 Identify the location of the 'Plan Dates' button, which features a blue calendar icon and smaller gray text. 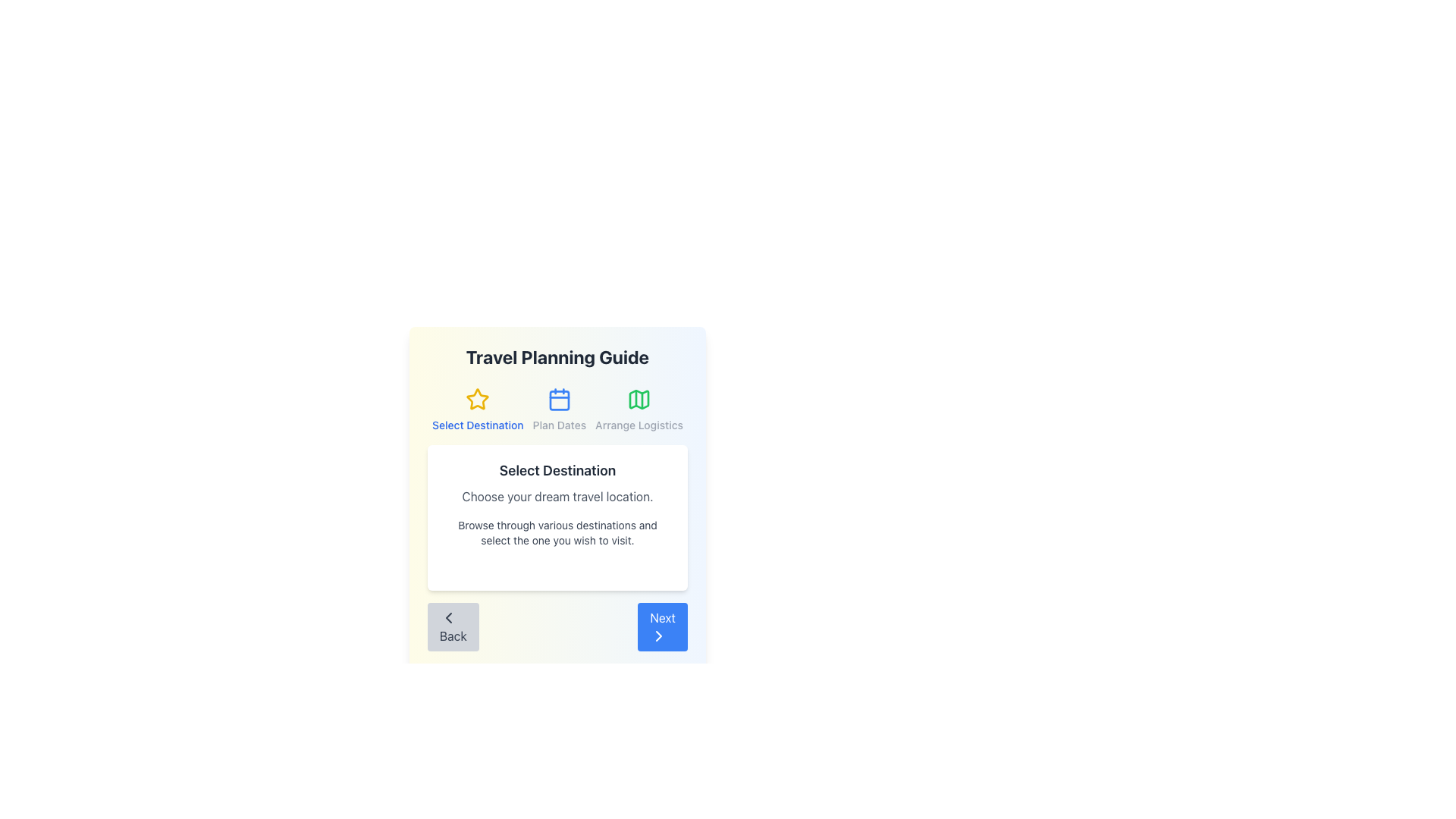
(558, 409).